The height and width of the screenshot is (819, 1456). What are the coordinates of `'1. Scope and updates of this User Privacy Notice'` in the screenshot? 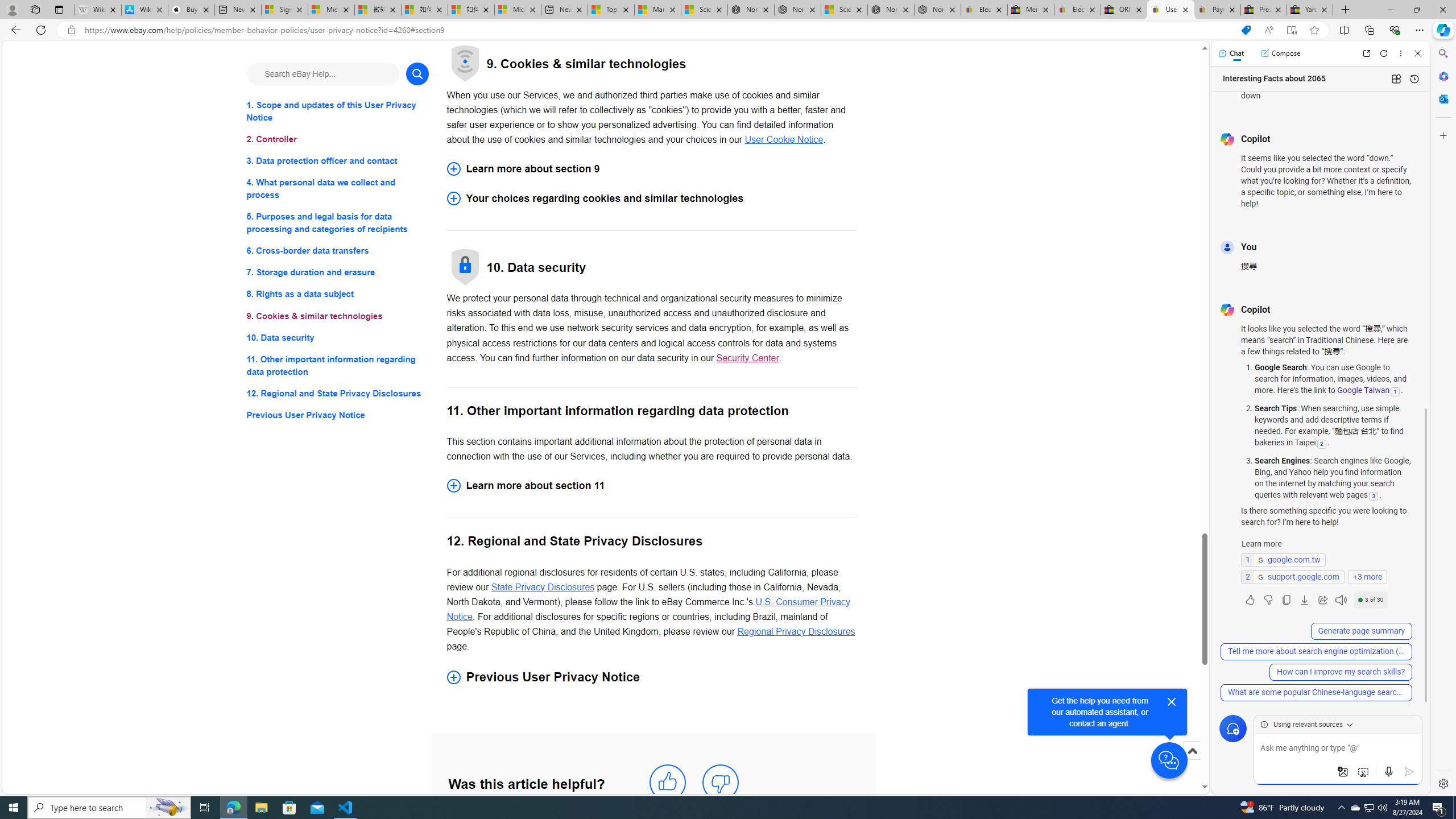 It's located at (337, 111).